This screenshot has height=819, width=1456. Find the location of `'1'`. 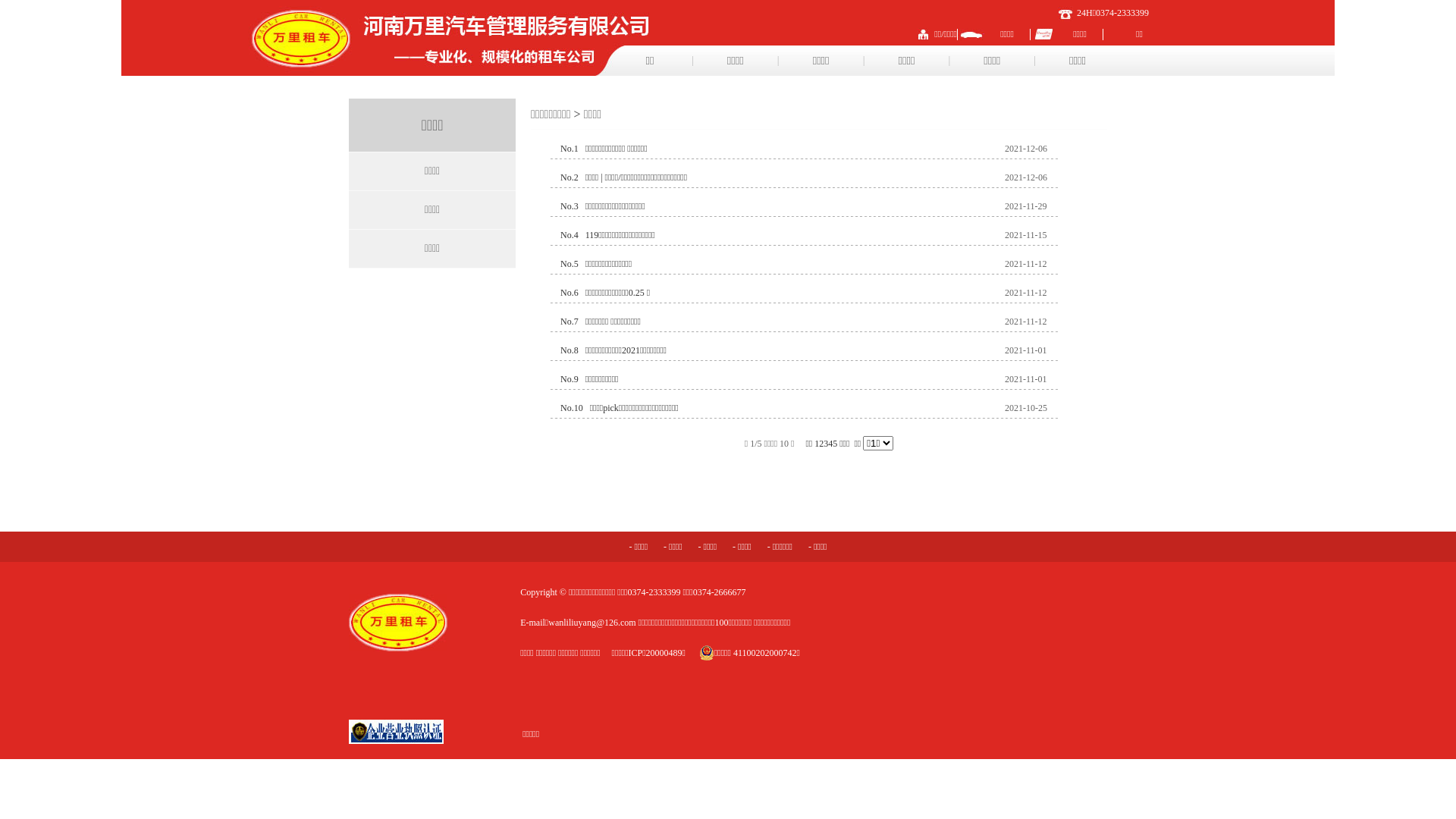

'1' is located at coordinates (815, 444).